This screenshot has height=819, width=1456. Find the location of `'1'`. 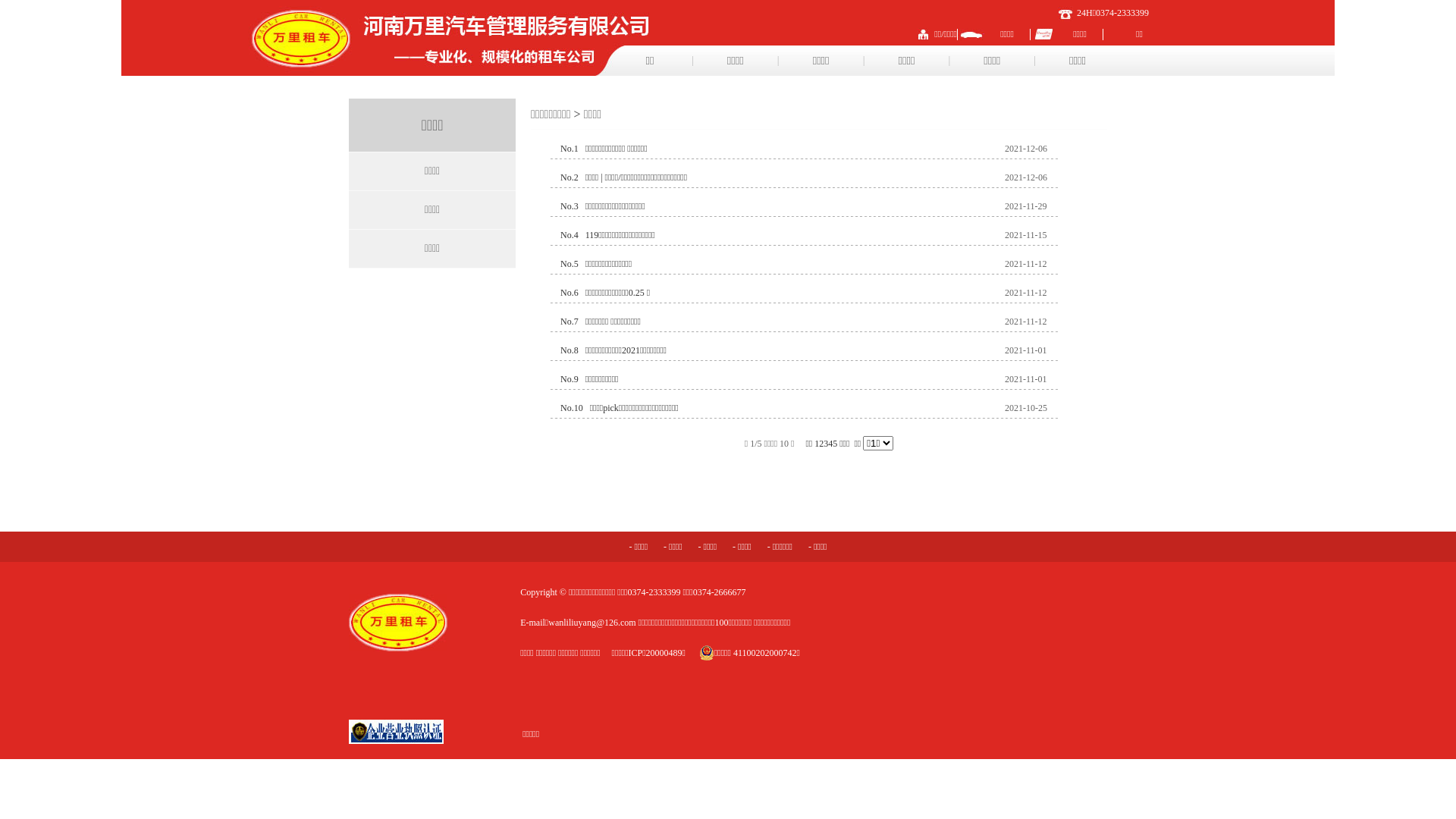

'1' is located at coordinates (815, 444).